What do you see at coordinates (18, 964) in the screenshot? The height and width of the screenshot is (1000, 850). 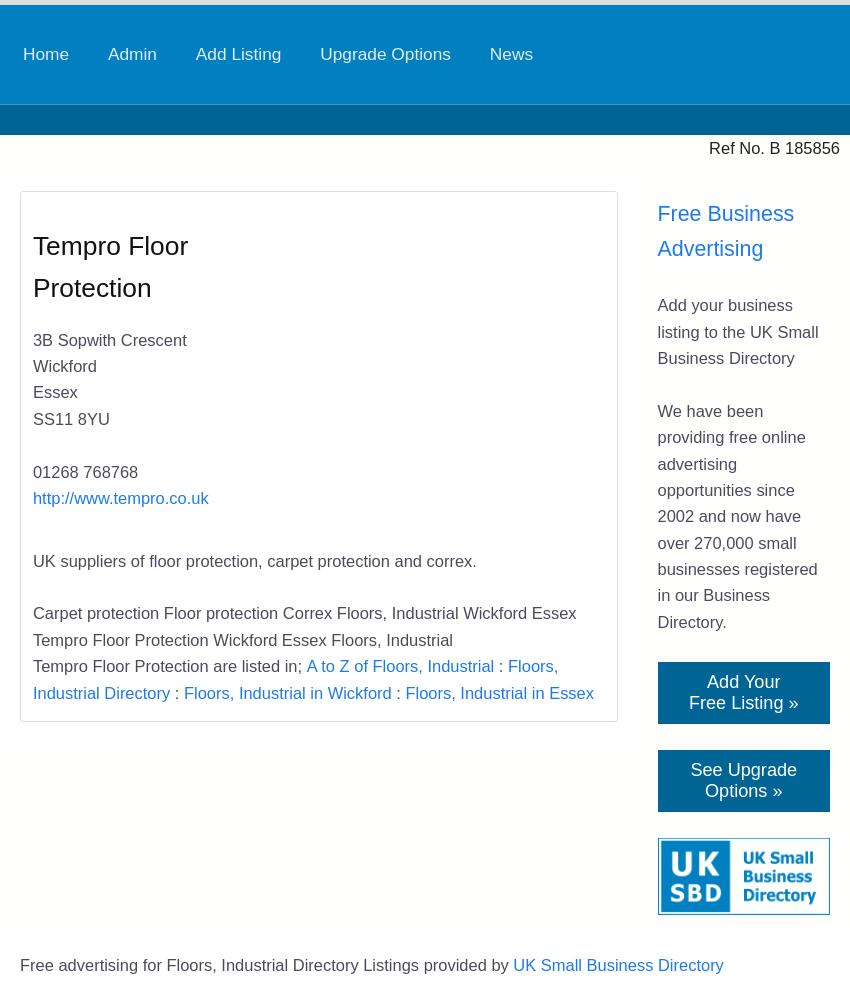 I see `'Free advertising for Floors, Industrial Directory Listings provided by'` at bounding box center [18, 964].